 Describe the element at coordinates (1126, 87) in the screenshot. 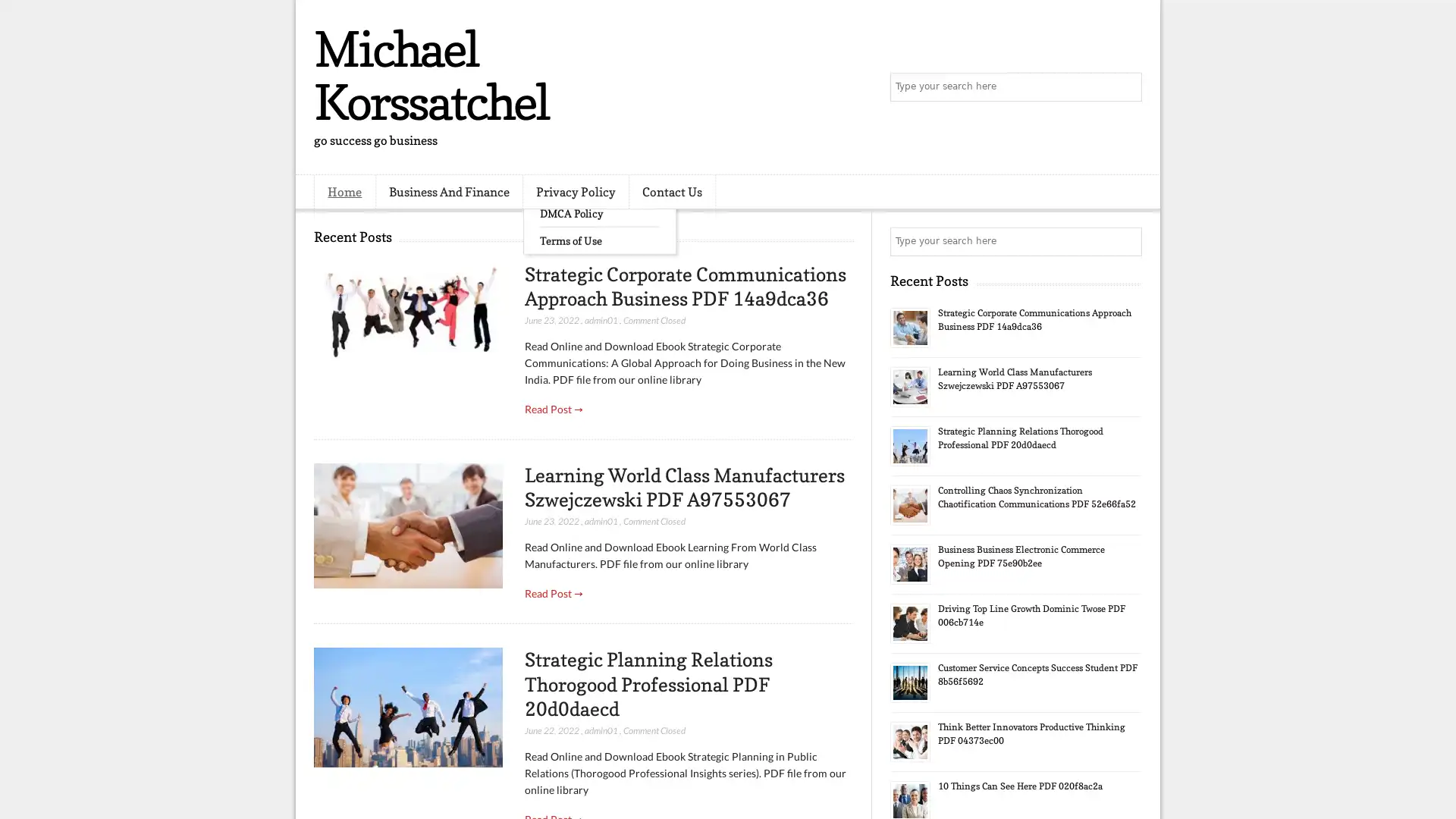

I see `Search` at that location.